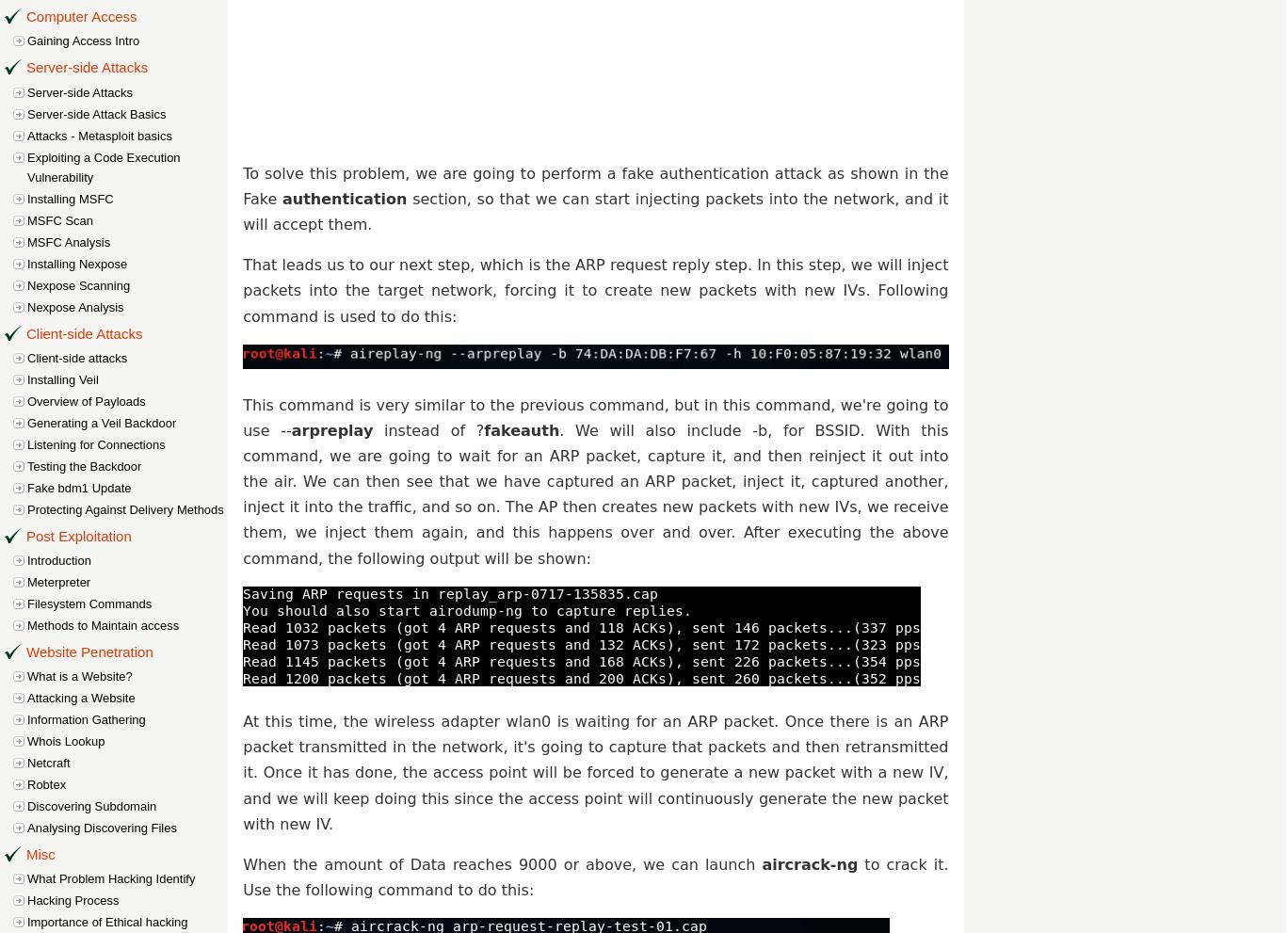 Image resolution: width=1288 pixels, height=933 pixels. Describe the element at coordinates (81, 15) in the screenshot. I see `'Computer Access'` at that location.